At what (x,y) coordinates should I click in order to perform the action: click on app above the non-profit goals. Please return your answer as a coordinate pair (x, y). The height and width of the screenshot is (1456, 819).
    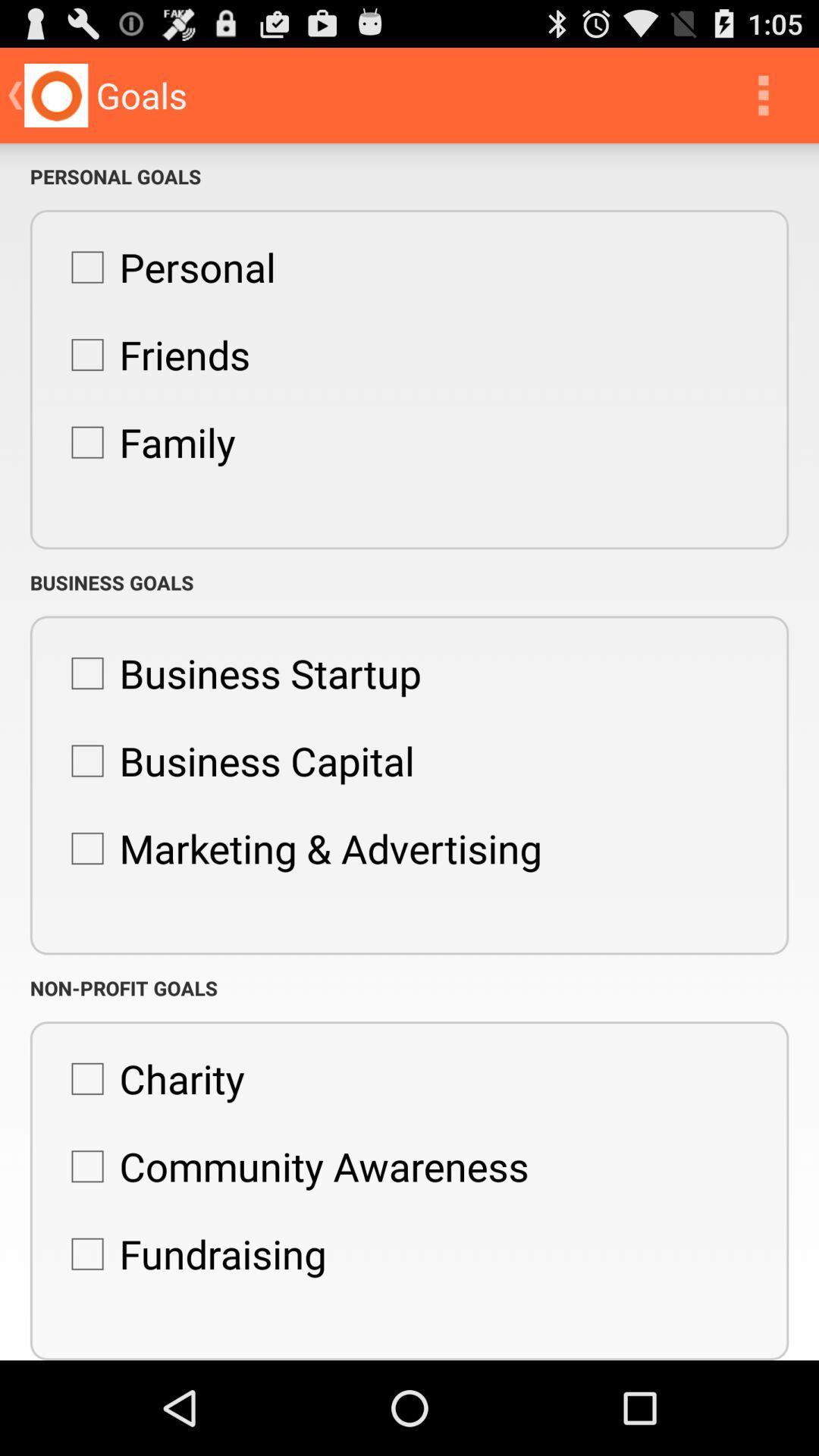
    Looking at the image, I should click on (299, 847).